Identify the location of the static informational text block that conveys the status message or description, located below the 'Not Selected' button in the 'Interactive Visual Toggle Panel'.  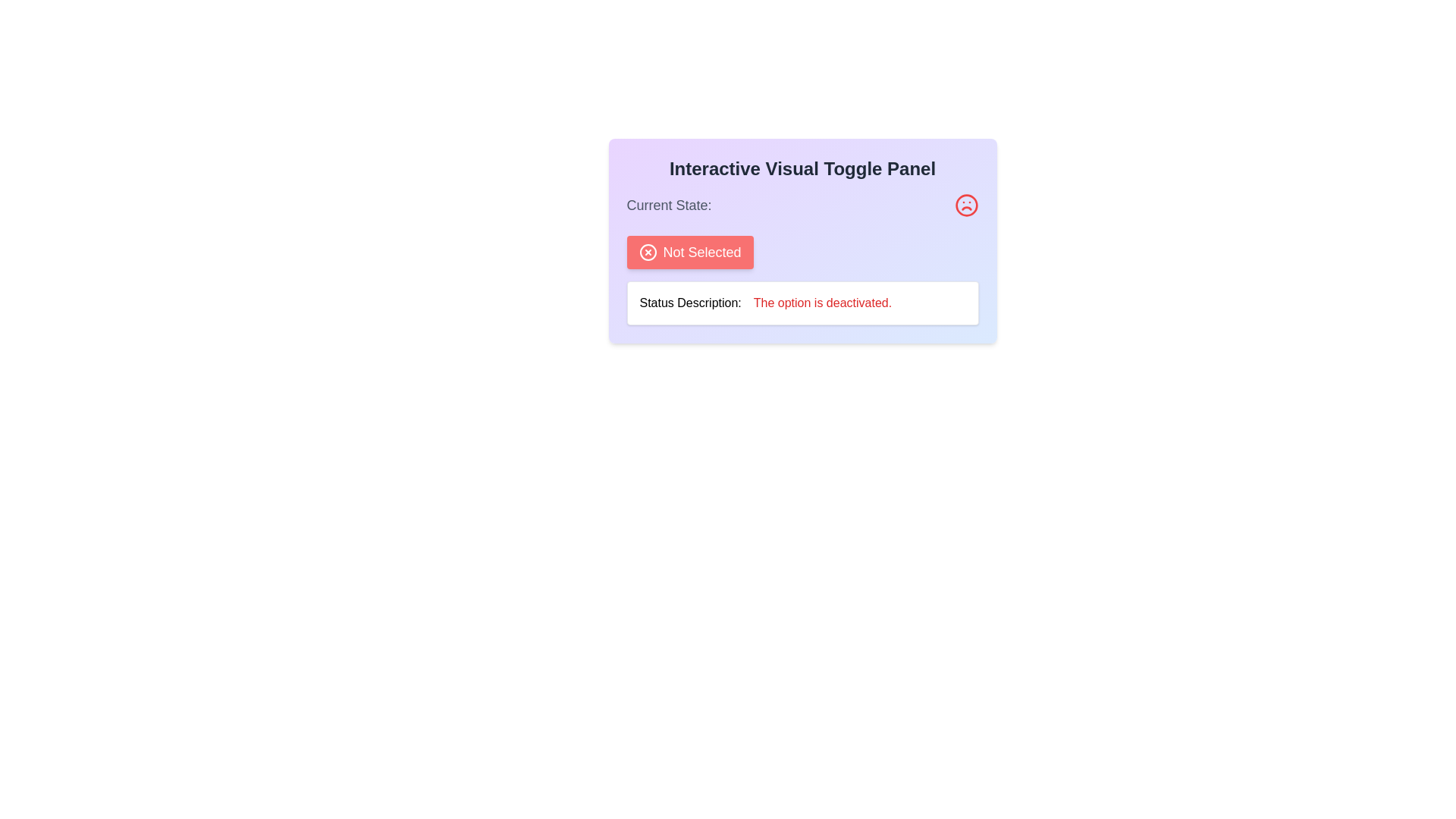
(802, 303).